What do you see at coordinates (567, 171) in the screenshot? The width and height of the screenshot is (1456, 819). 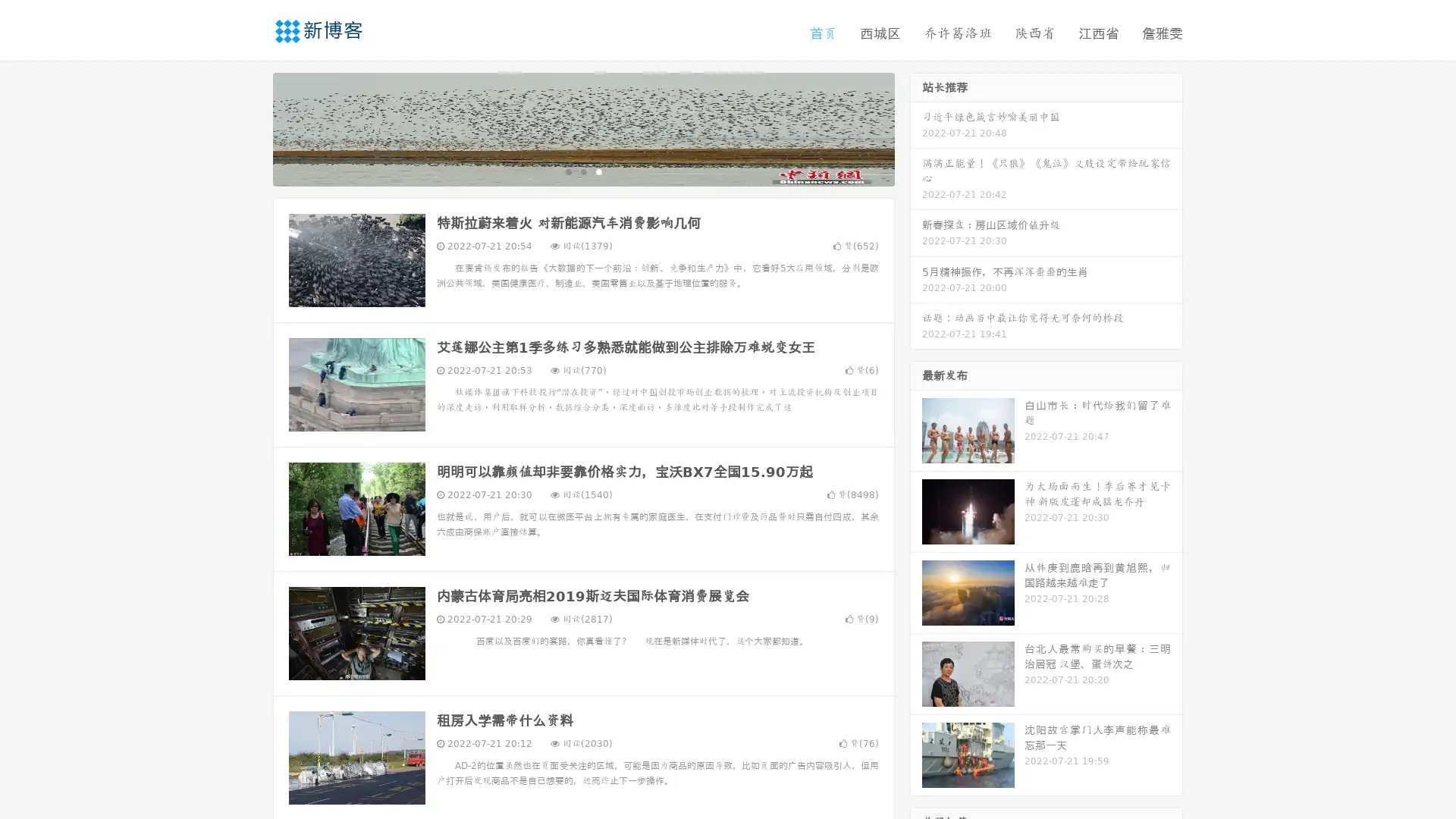 I see `Go to slide 1` at bounding box center [567, 171].